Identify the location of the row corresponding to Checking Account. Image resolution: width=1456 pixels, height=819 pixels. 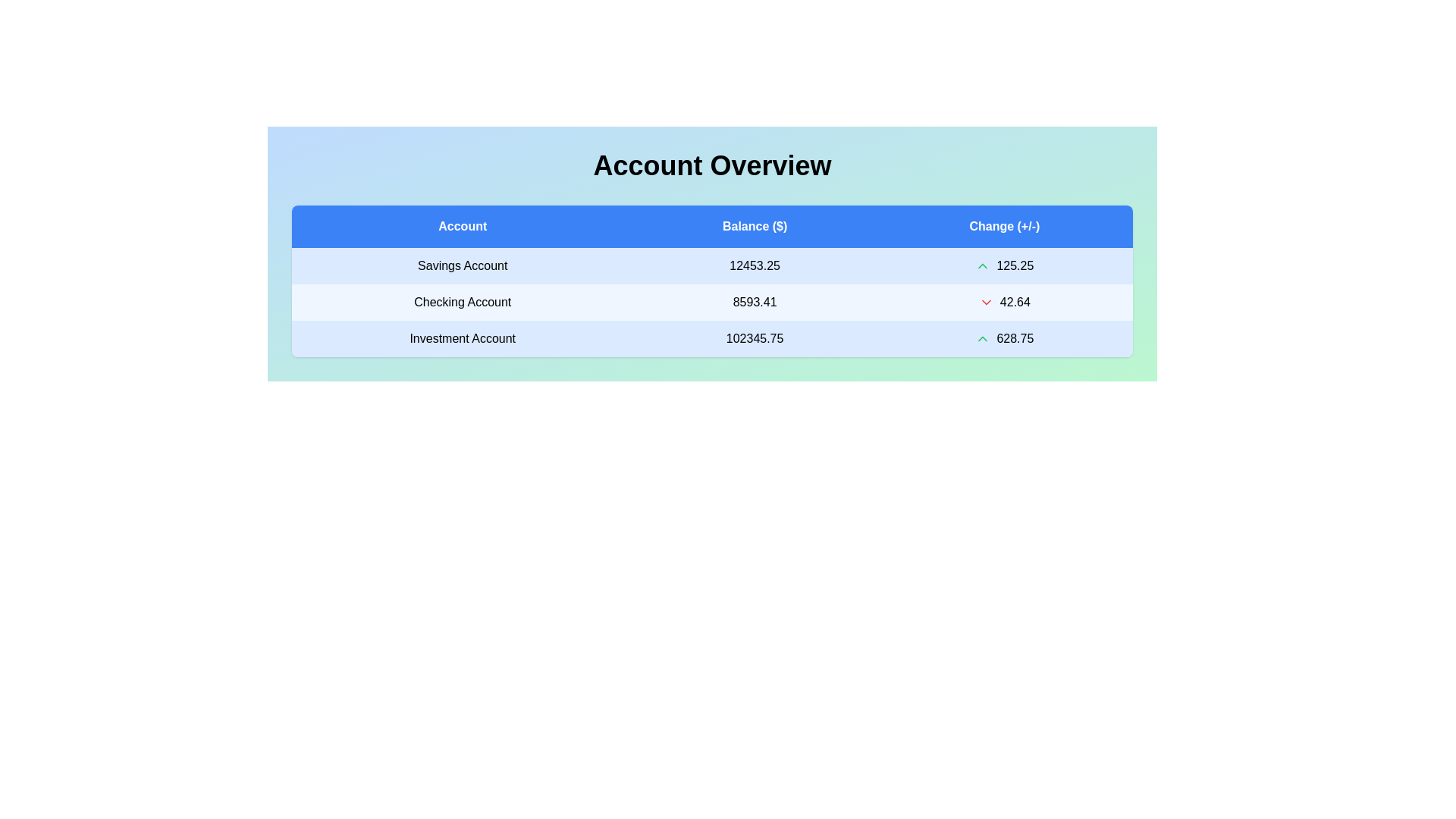
(711, 302).